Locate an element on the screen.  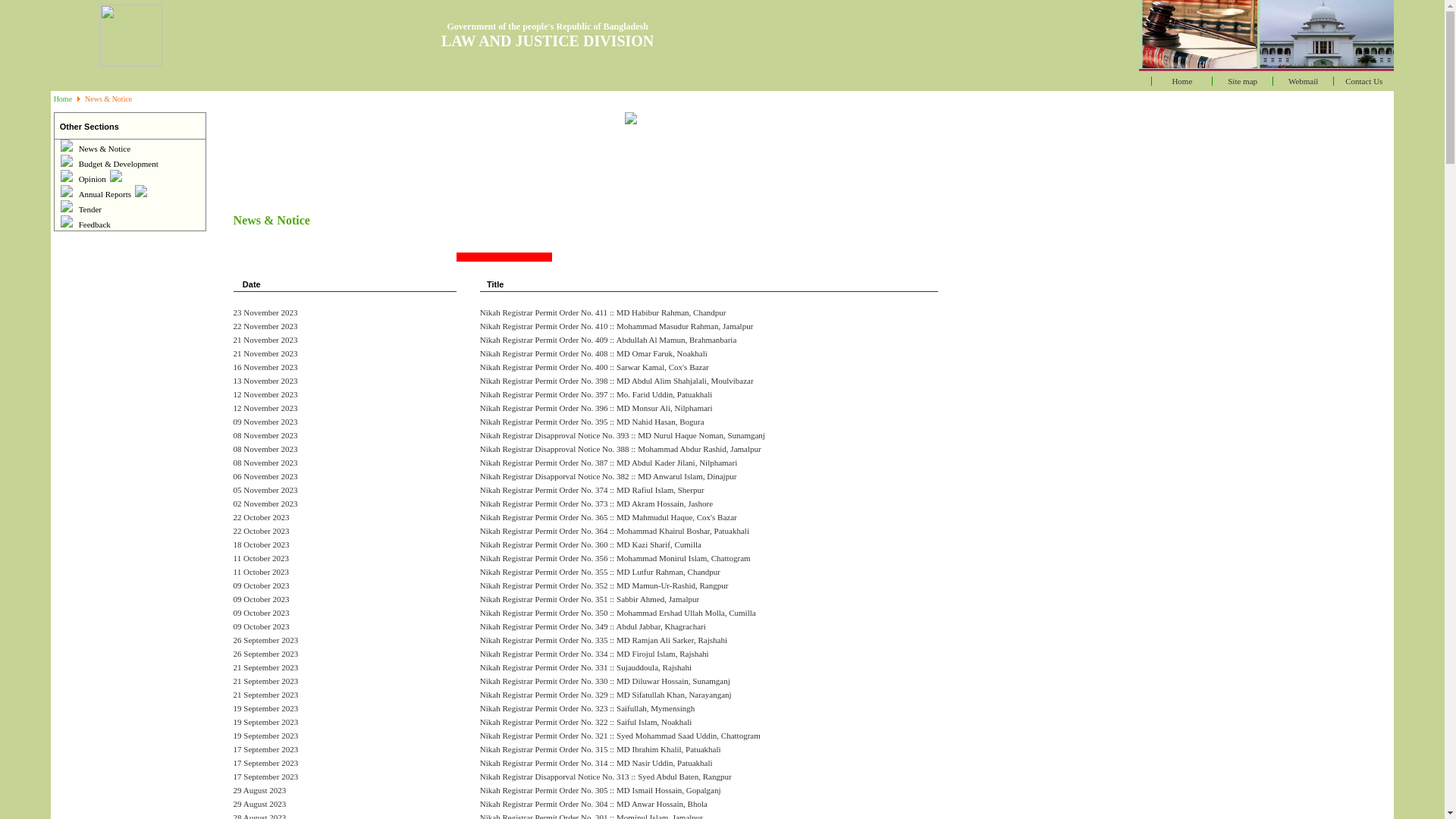
'Budget & Development' is located at coordinates (118, 164).